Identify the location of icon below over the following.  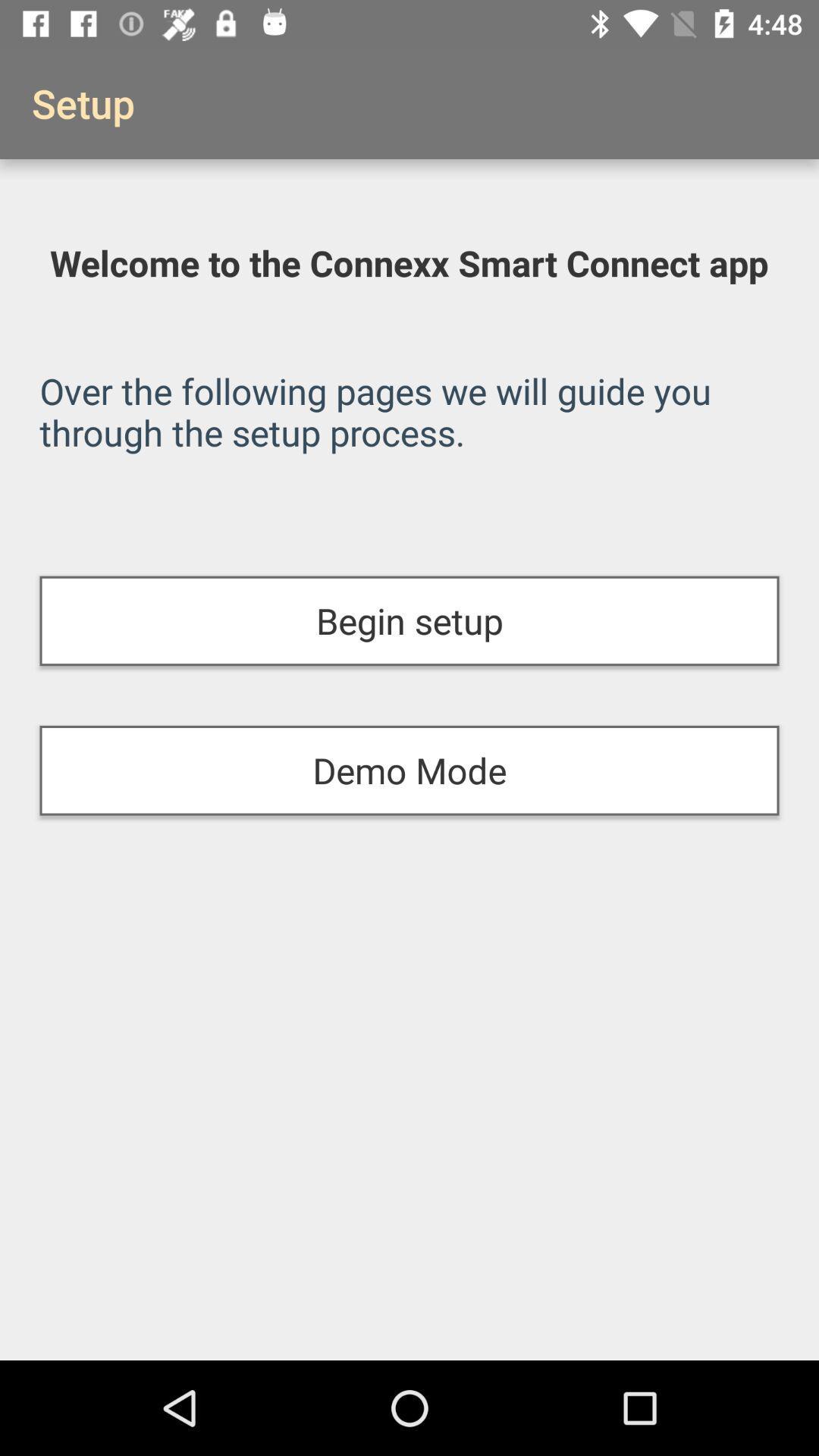
(409, 621).